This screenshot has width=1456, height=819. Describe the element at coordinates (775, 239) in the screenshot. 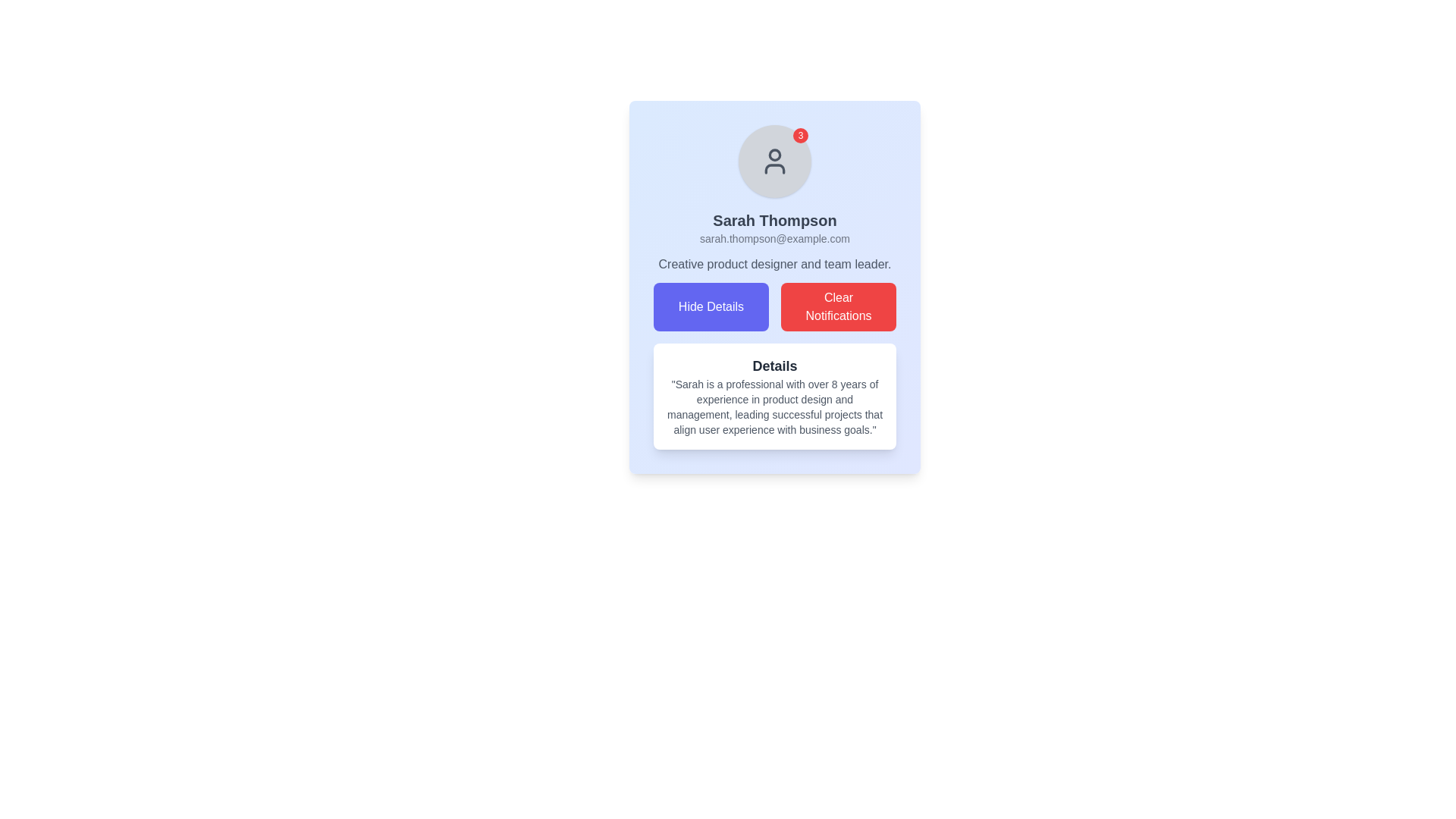

I see `the text display element showing the email address 'sarah.thompson@example.com', which is styled in a small gray font and positioned below the name 'Sarah Thompson'` at that location.